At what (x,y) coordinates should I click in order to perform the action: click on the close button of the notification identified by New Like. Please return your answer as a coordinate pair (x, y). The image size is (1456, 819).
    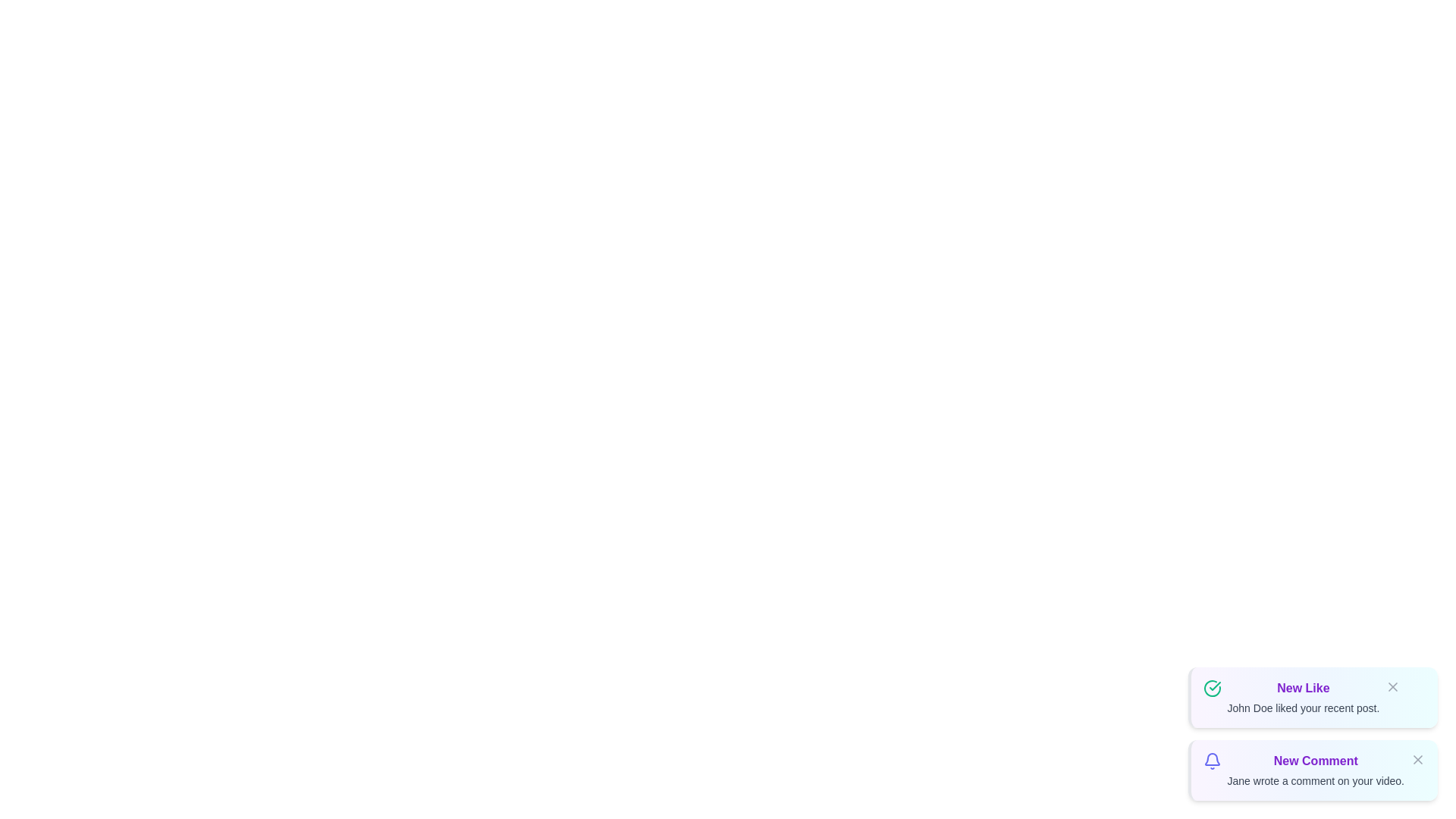
    Looking at the image, I should click on (1393, 687).